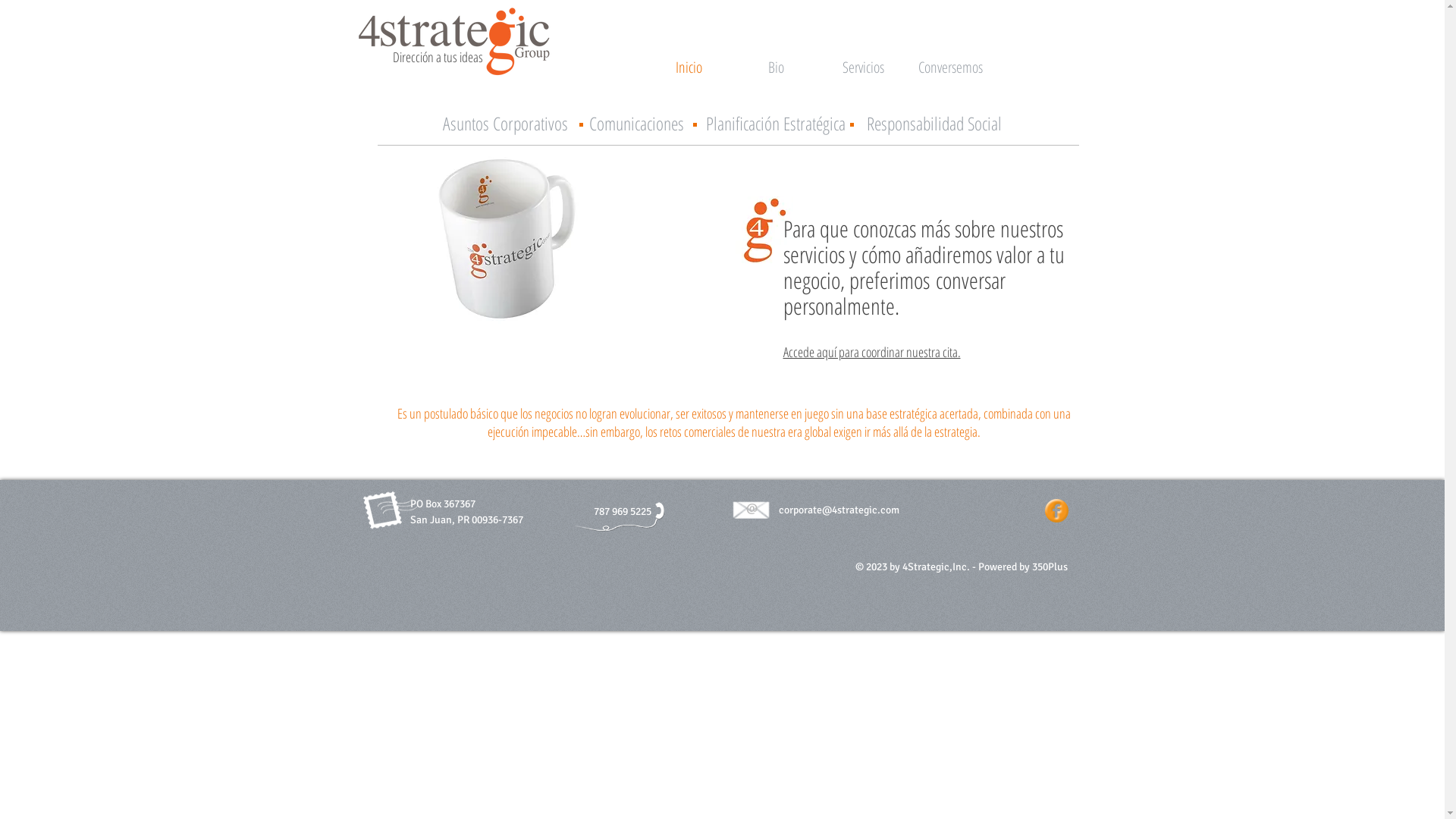 The width and height of the screenshot is (1456, 819). Describe the element at coordinates (1031, 566) in the screenshot. I see `'350Plus'` at that location.